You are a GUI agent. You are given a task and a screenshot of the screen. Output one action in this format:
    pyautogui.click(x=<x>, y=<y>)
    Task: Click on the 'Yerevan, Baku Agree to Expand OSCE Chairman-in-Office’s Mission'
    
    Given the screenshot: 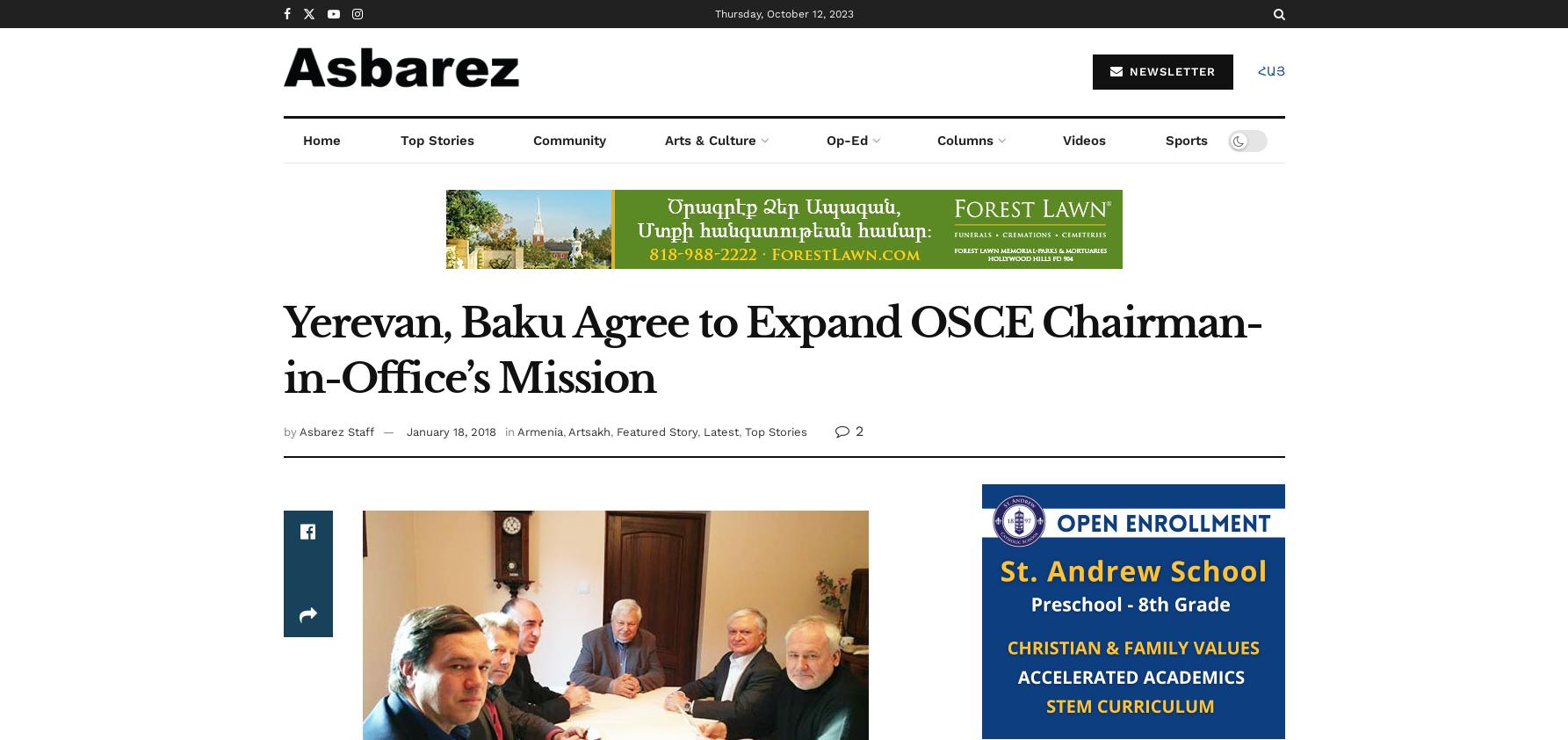 What is the action you would take?
    pyautogui.click(x=772, y=351)
    